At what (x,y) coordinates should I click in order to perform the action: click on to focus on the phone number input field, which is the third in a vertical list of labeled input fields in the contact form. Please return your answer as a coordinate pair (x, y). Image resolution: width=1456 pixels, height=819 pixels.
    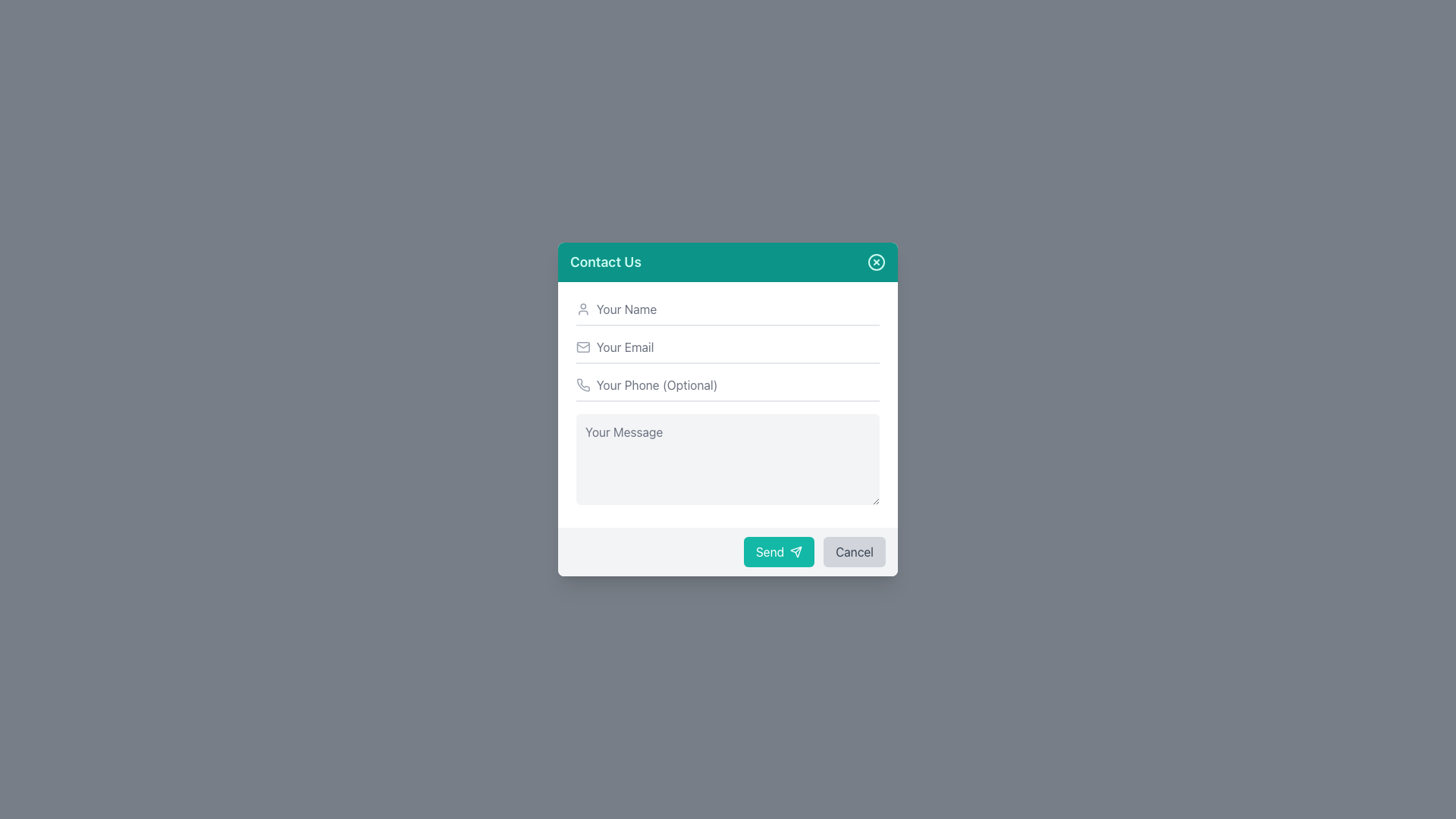
    Looking at the image, I should click on (728, 388).